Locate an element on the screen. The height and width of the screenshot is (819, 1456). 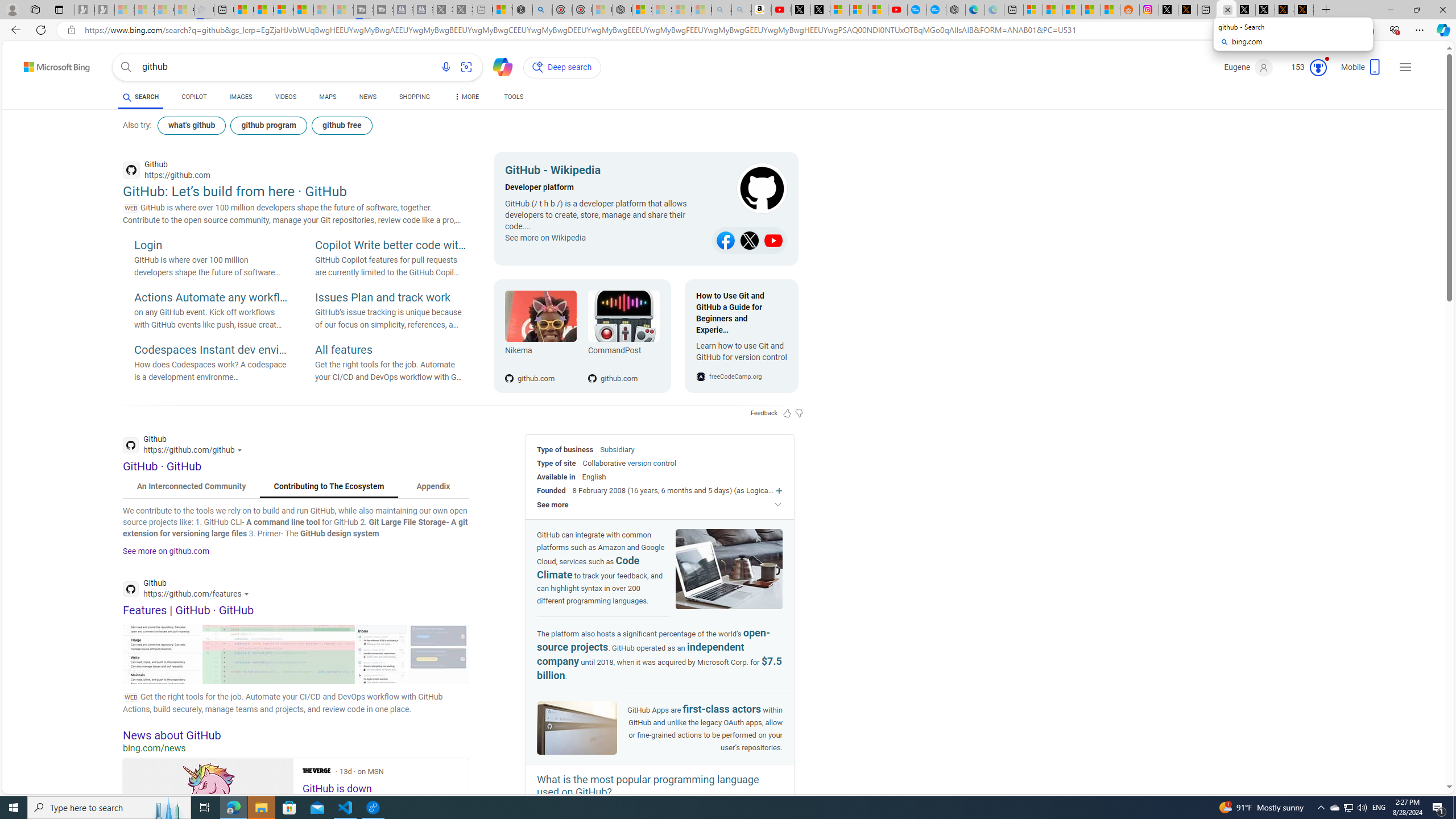
'Mobile' is located at coordinates (1361, 69).